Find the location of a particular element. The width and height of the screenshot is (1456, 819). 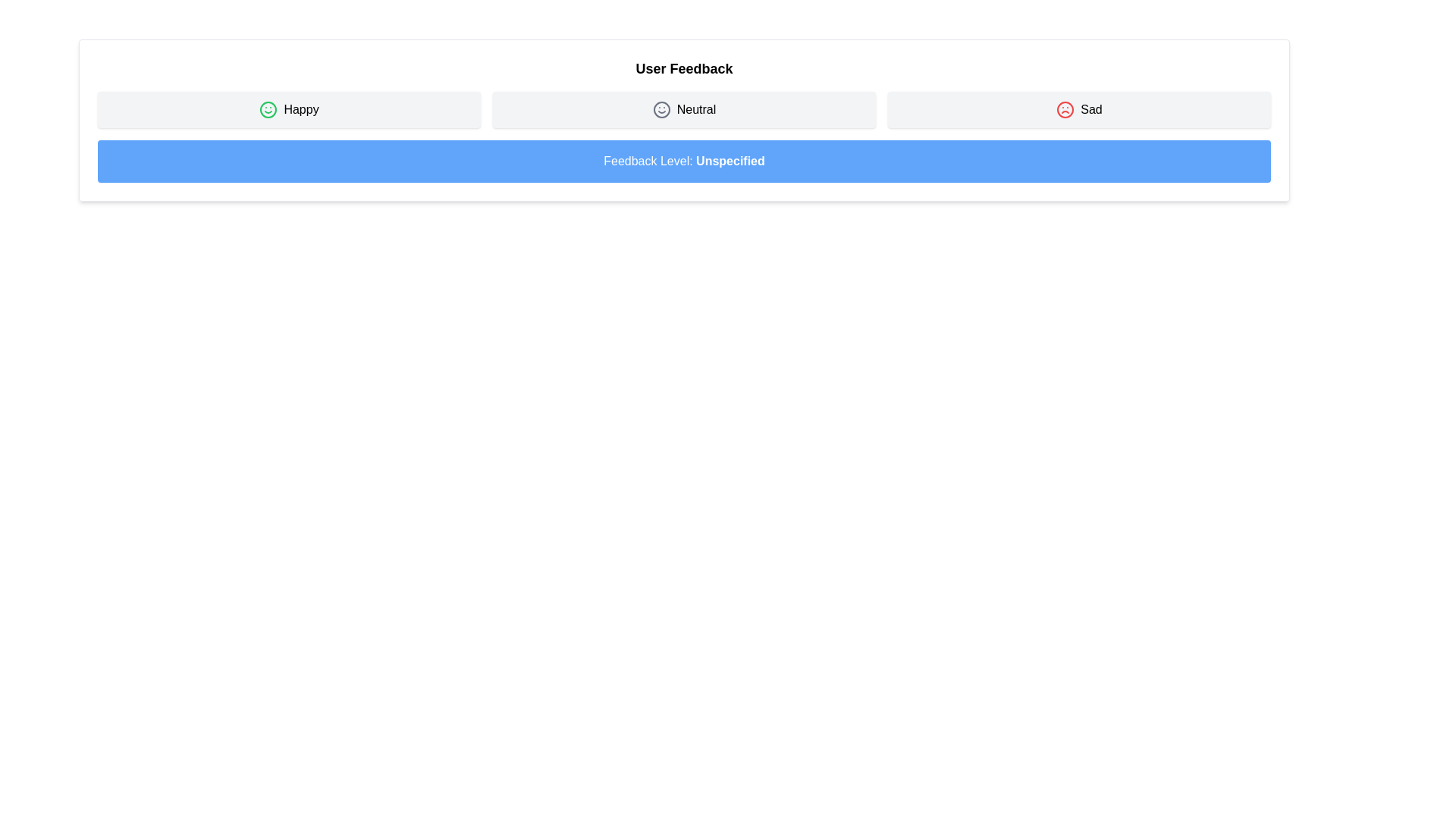

the text label displaying 'Unspecified' which is part of the sentence 'Feedback Level: Unspecified', located on a blue rectangular banner in the lower section of the interface is located at coordinates (730, 161).